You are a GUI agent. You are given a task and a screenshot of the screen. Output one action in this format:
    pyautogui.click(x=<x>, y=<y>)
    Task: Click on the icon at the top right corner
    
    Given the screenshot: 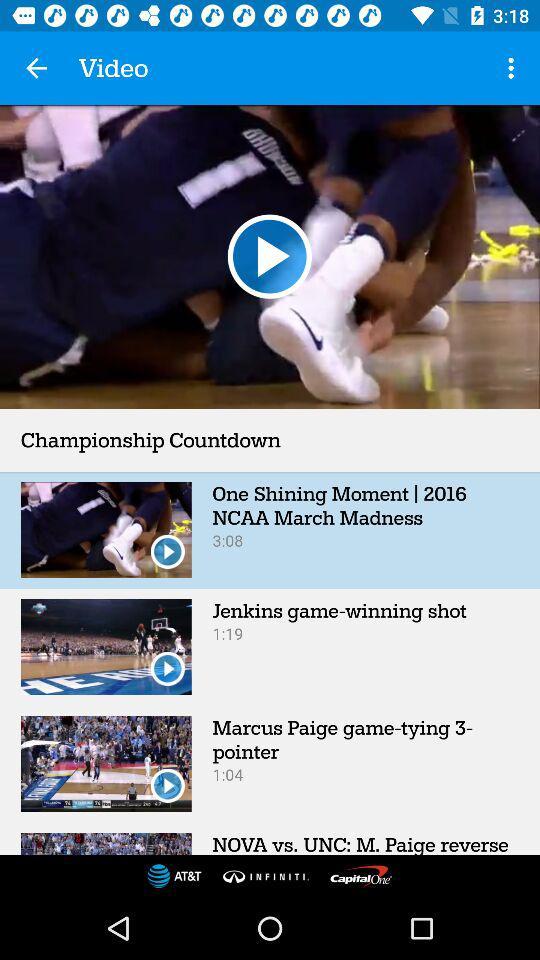 What is the action you would take?
    pyautogui.click(x=513, y=68)
    